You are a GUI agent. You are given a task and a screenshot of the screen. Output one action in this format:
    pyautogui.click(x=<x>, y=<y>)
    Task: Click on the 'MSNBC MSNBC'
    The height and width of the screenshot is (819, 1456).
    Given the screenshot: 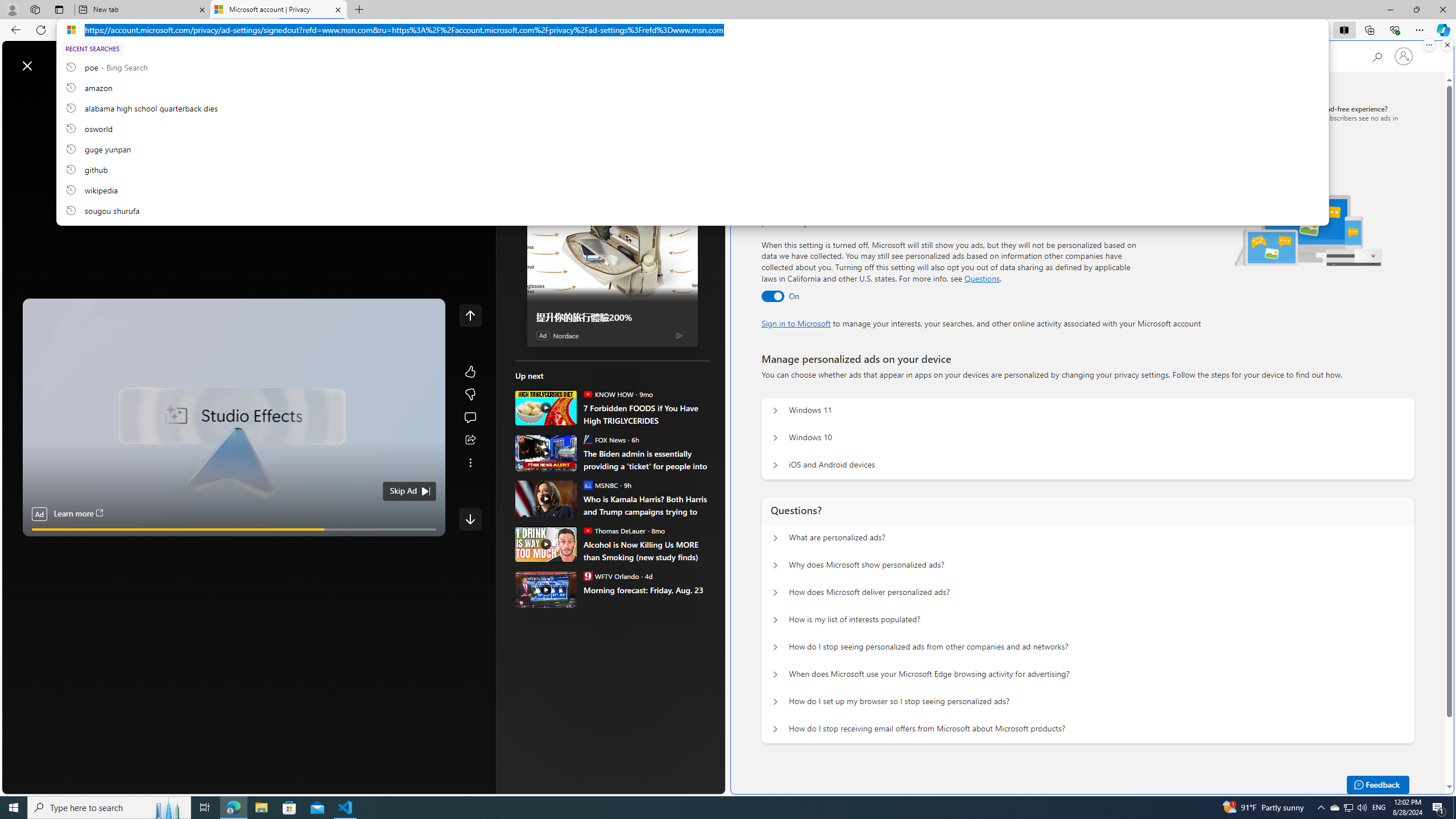 What is the action you would take?
    pyautogui.click(x=600, y=484)
    